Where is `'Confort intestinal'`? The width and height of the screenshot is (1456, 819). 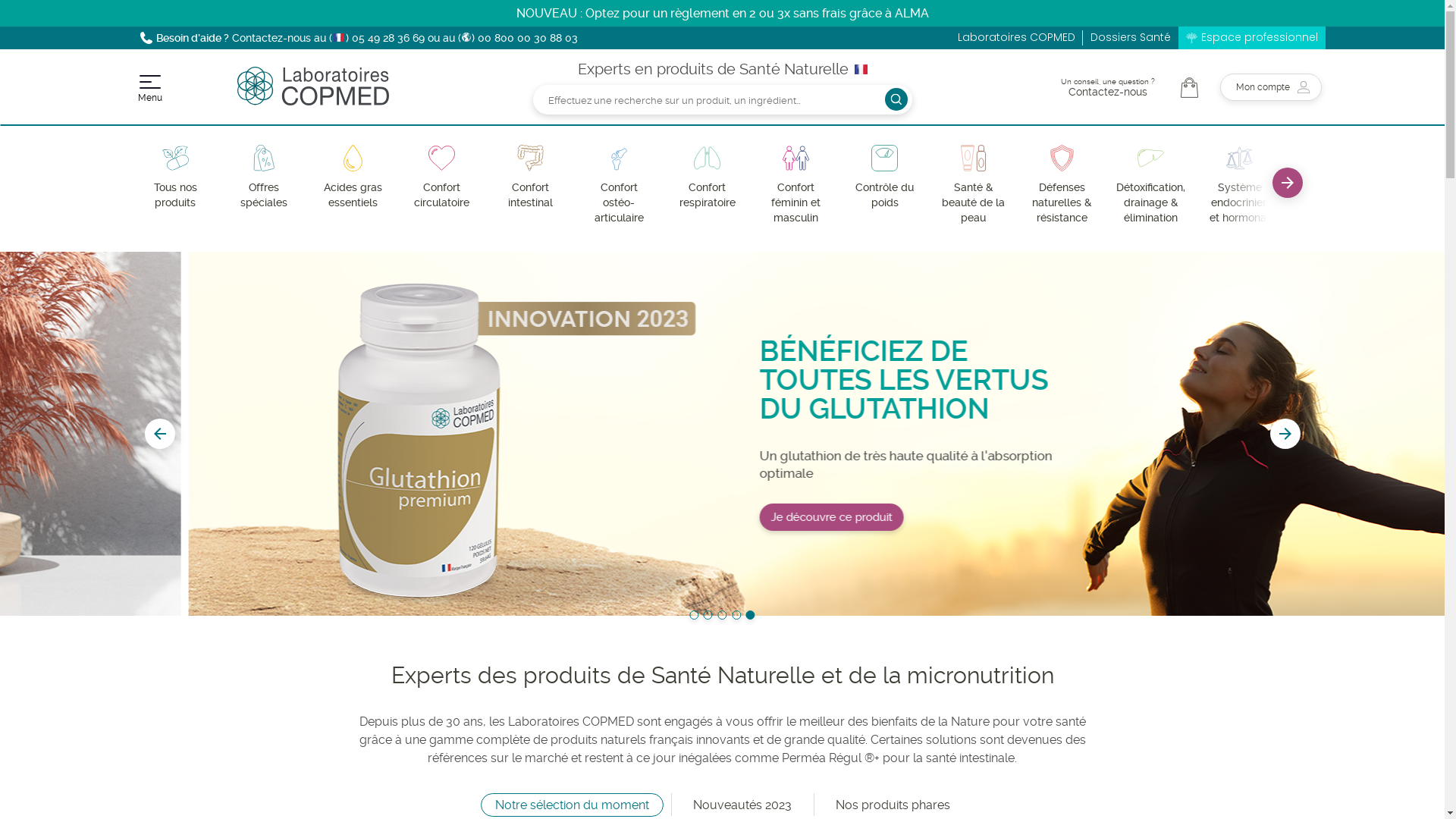 'Confort intestinal' is located at coordinates (529, 177).